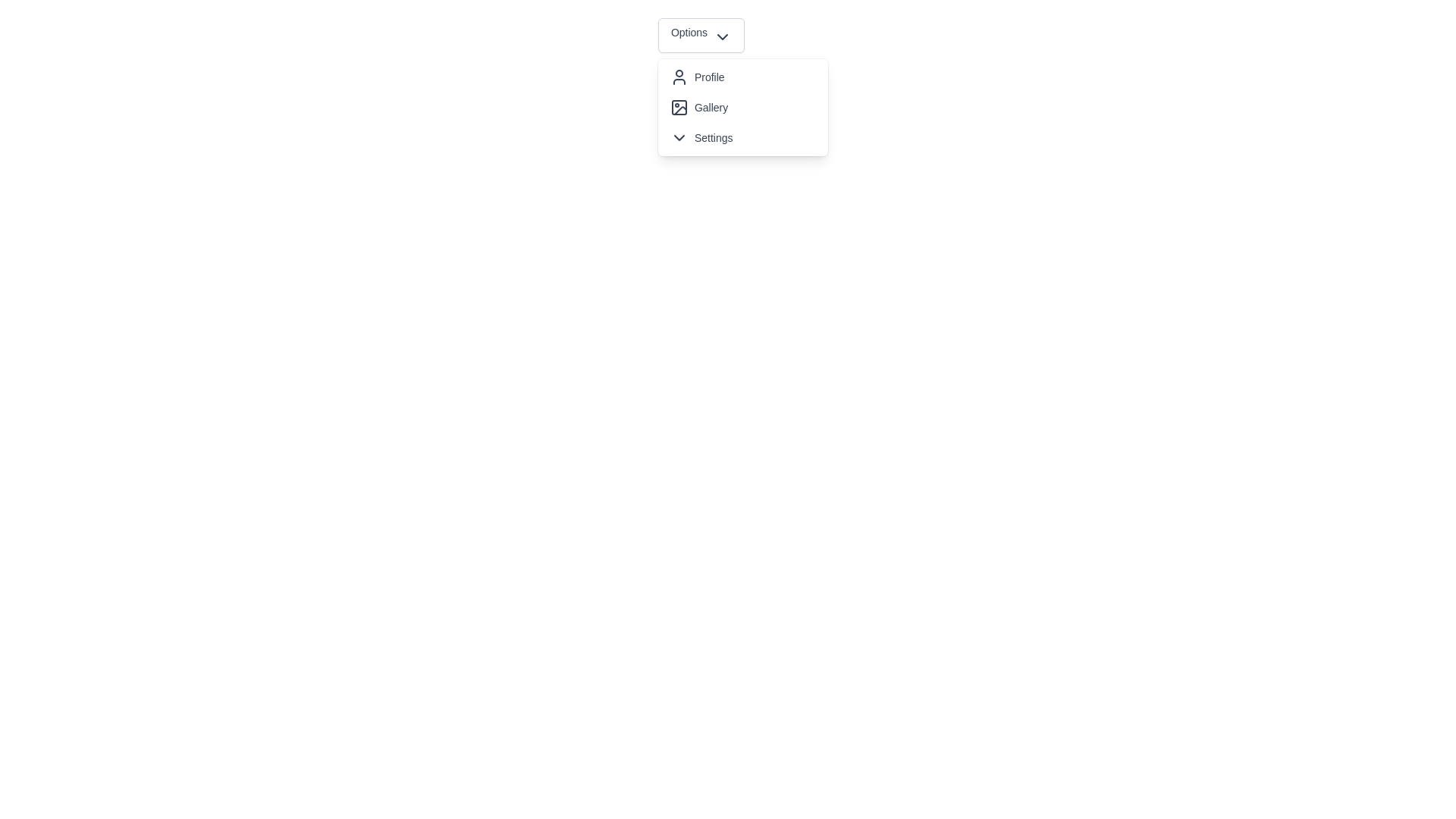 The width and height of the screenshot is (1456, 819). Describe the element at coordinates (722, 36) in the screenshot. I see `the downward-pointing chevron icon located to the right of the 'Options' label to interact with the dropdown menu` at that location.